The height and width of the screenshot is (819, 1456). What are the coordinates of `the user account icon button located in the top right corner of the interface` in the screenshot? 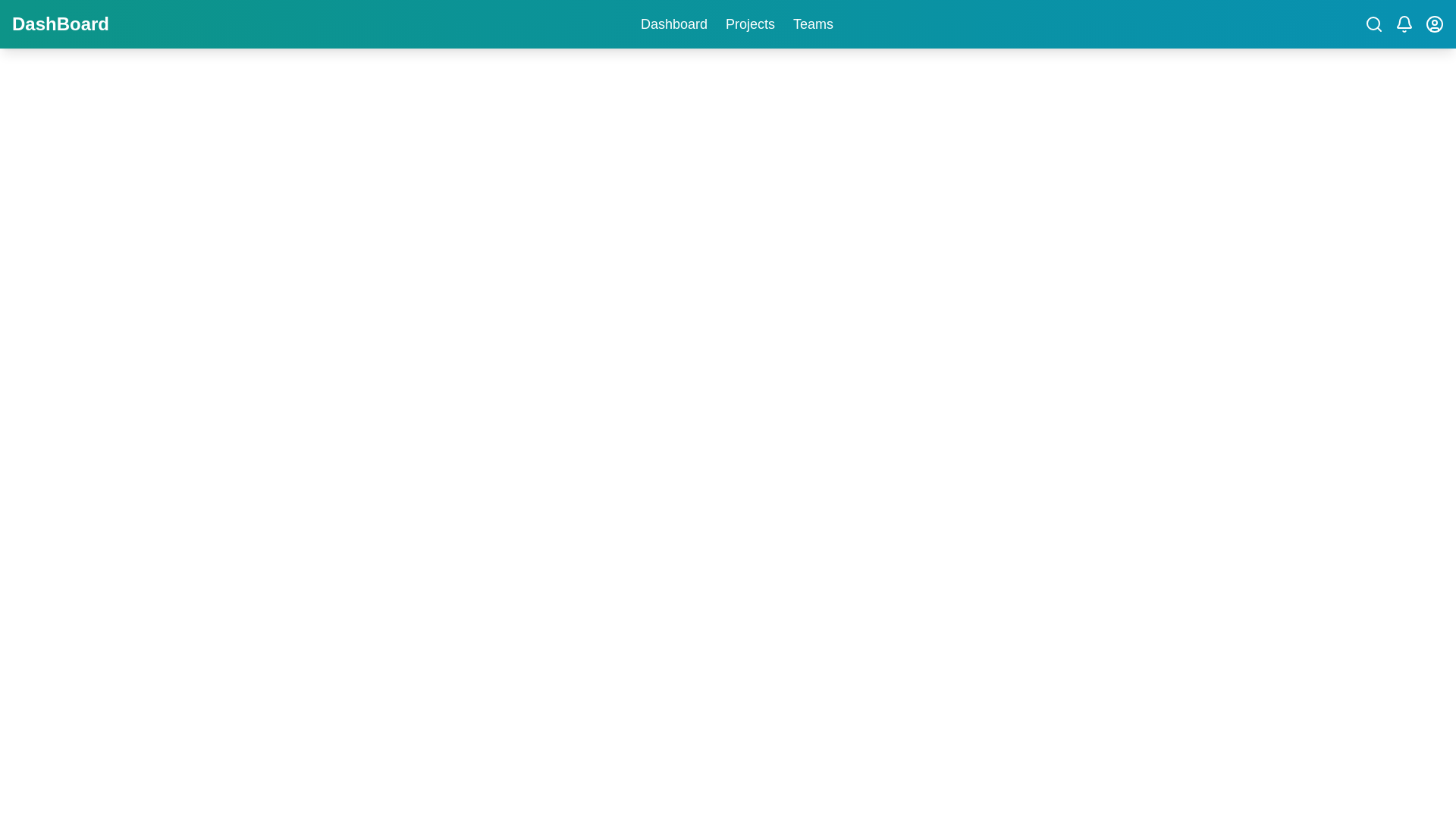 It's located at (1433, 24).